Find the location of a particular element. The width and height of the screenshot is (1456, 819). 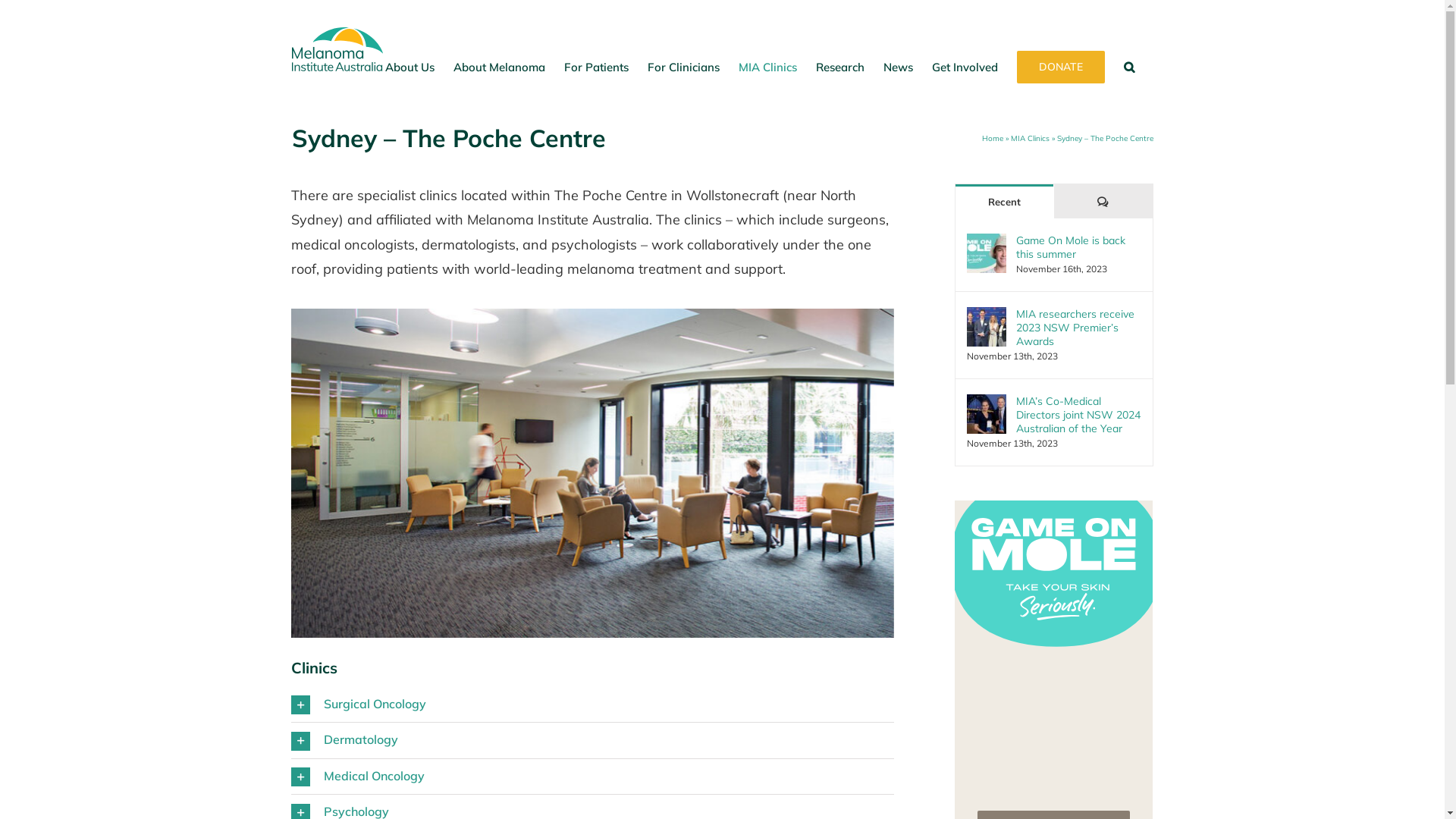

'Game On Mole is back this summer' is located at coordinates (1015, 246).